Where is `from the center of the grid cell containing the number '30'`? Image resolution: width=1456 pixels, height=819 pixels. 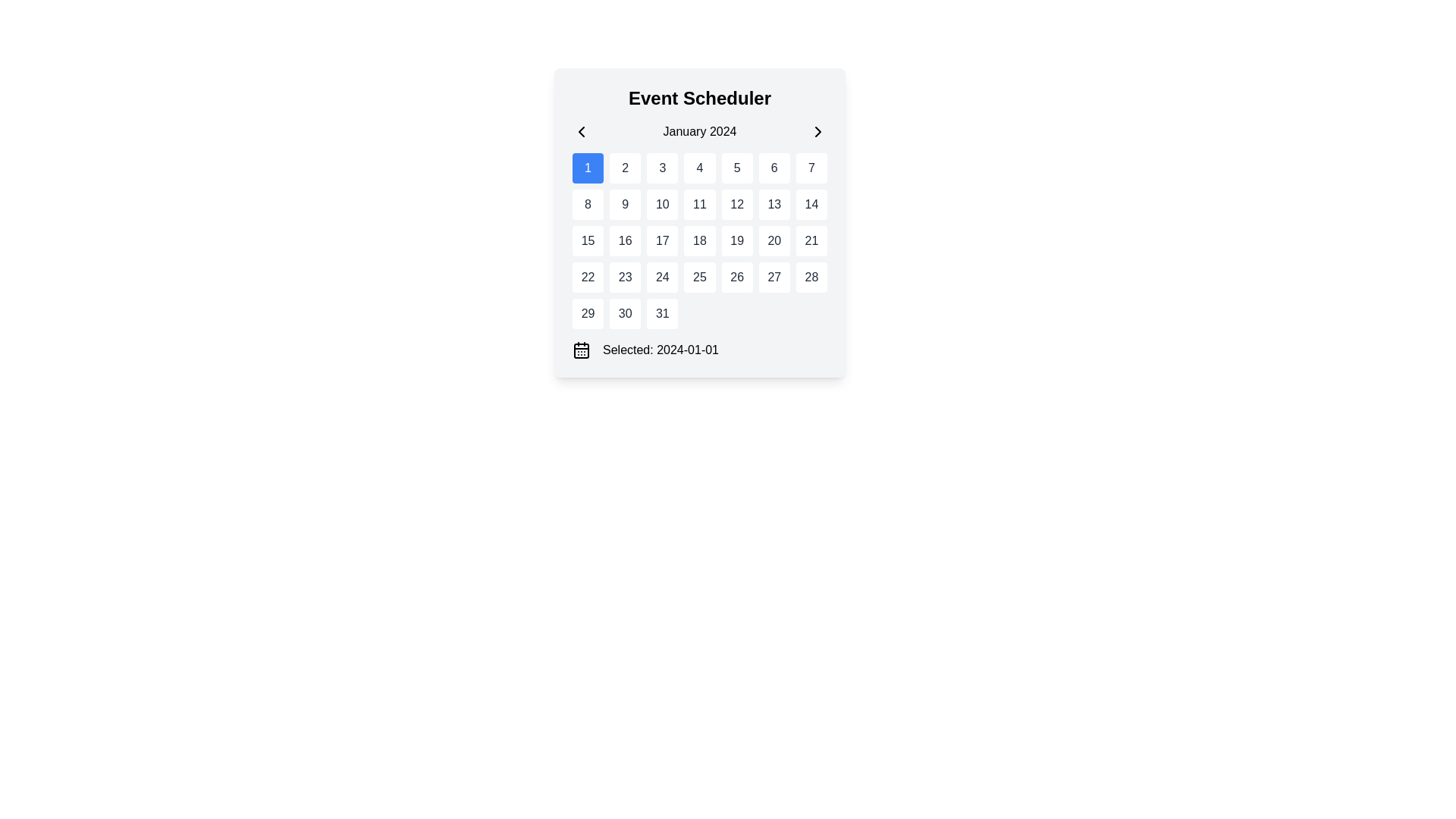
from the center of the grid cell containing the number '30' is located at coordinates (625, 312).